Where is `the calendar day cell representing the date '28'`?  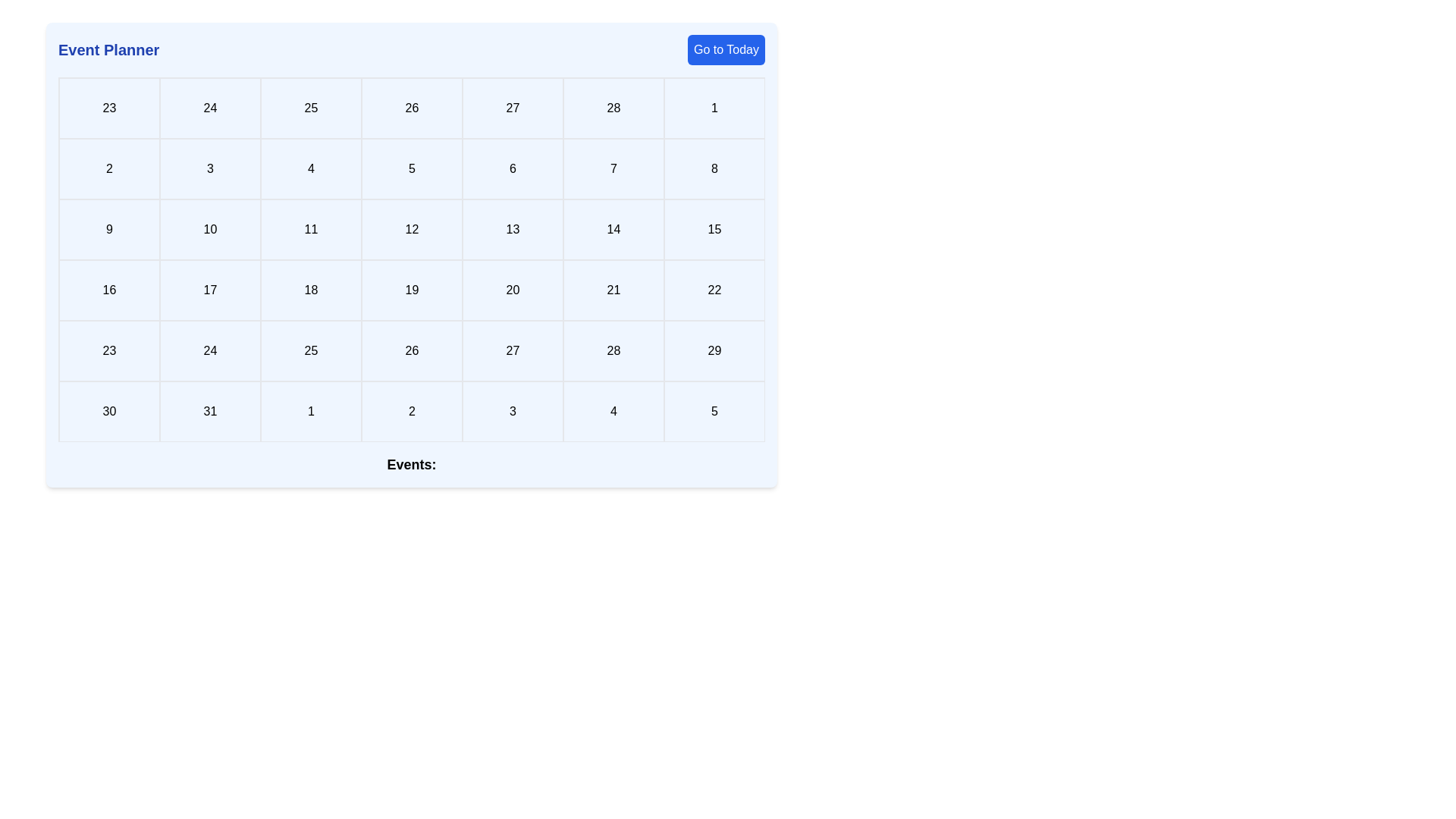
the calendar day cell representing the date '28' is located at coordinates (613, 350).